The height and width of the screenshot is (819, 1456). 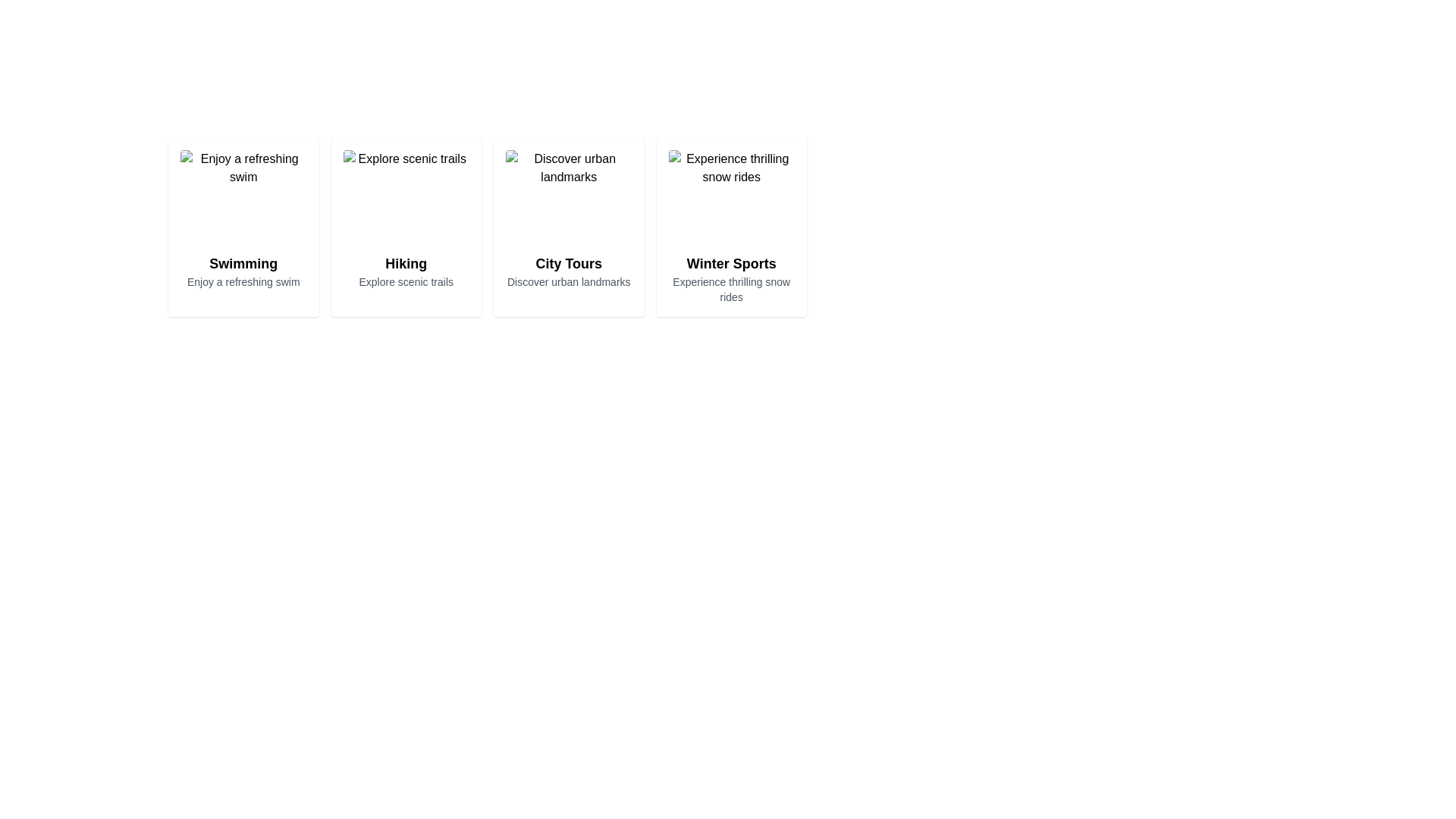 I want to click on title text located in the middle of the third card in a horizontally aligned grid of four cards, so click(x=568, y=262).